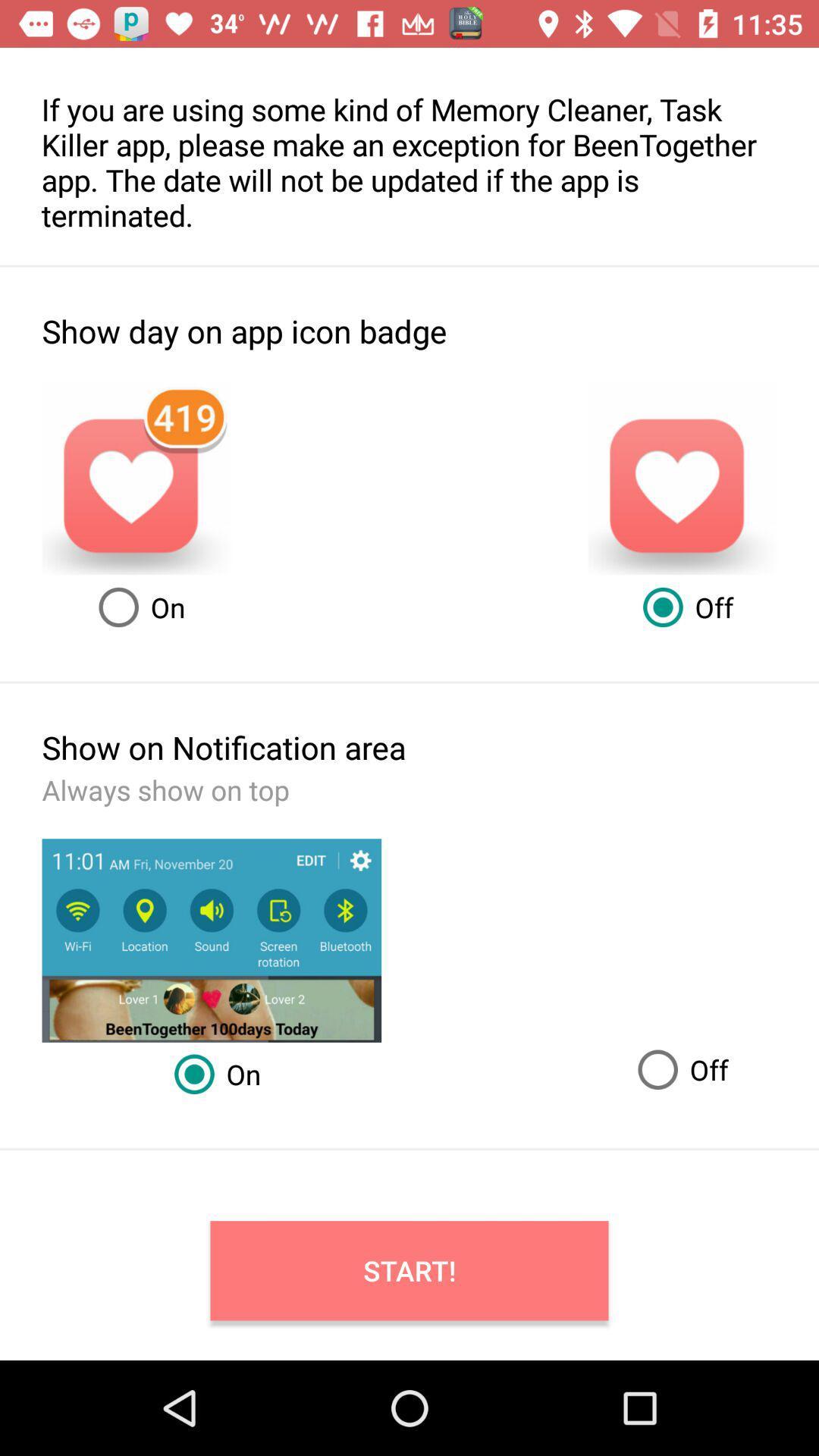 The width and height of the screenshot is (819, 1456). What do you see at coordinates (676, 1069) in the screenshot?
I see `the off radio button` at bounding box center [676, 1069].